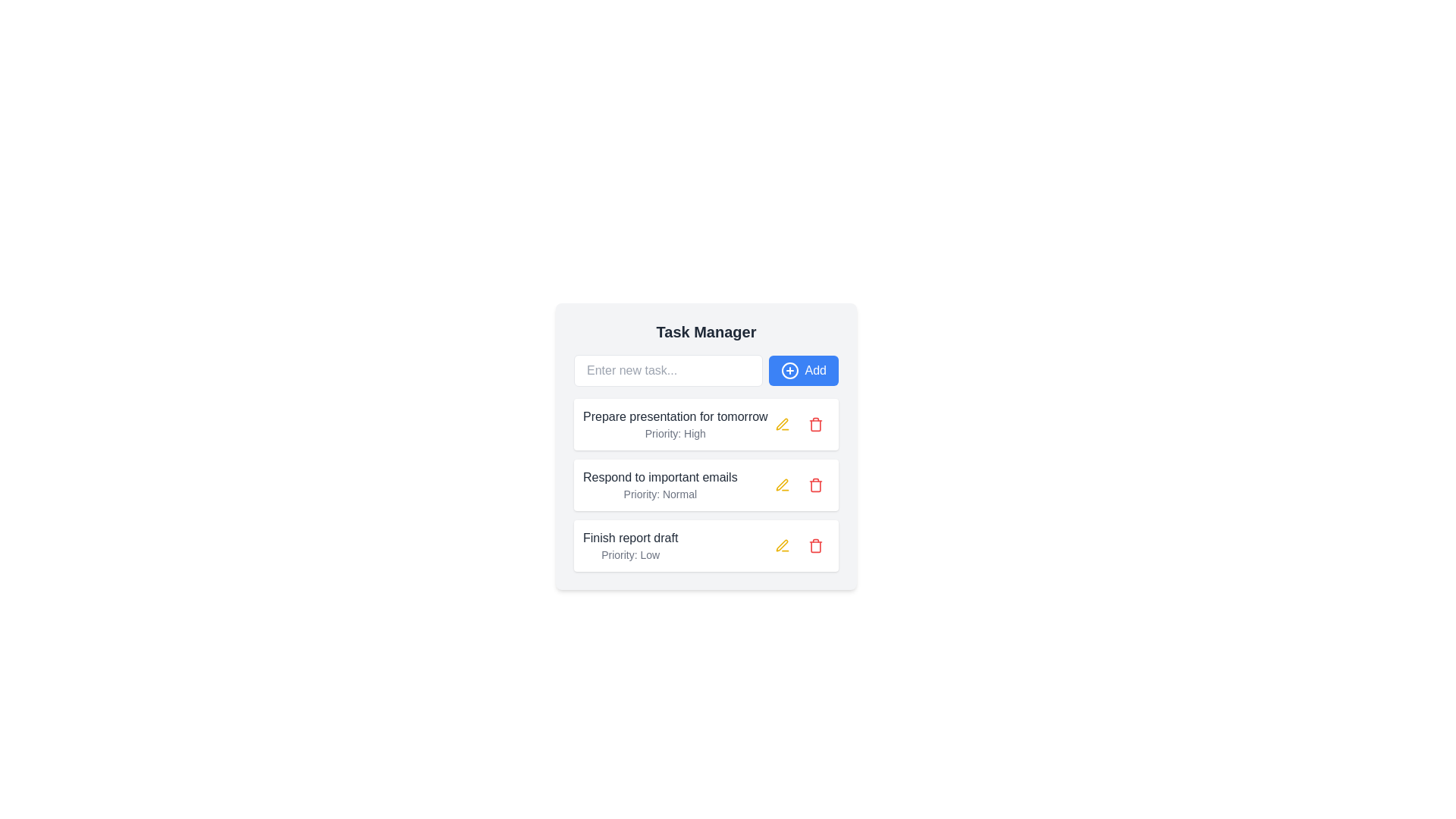 This screenshot has width=1456, height=819. What do you see at coordinates (630, 546) in the screenshot?
I see `text displayed in the description of the last task in the task management application, which is located at the bottom of a list within a UI card` at bounding box center [630, 546].